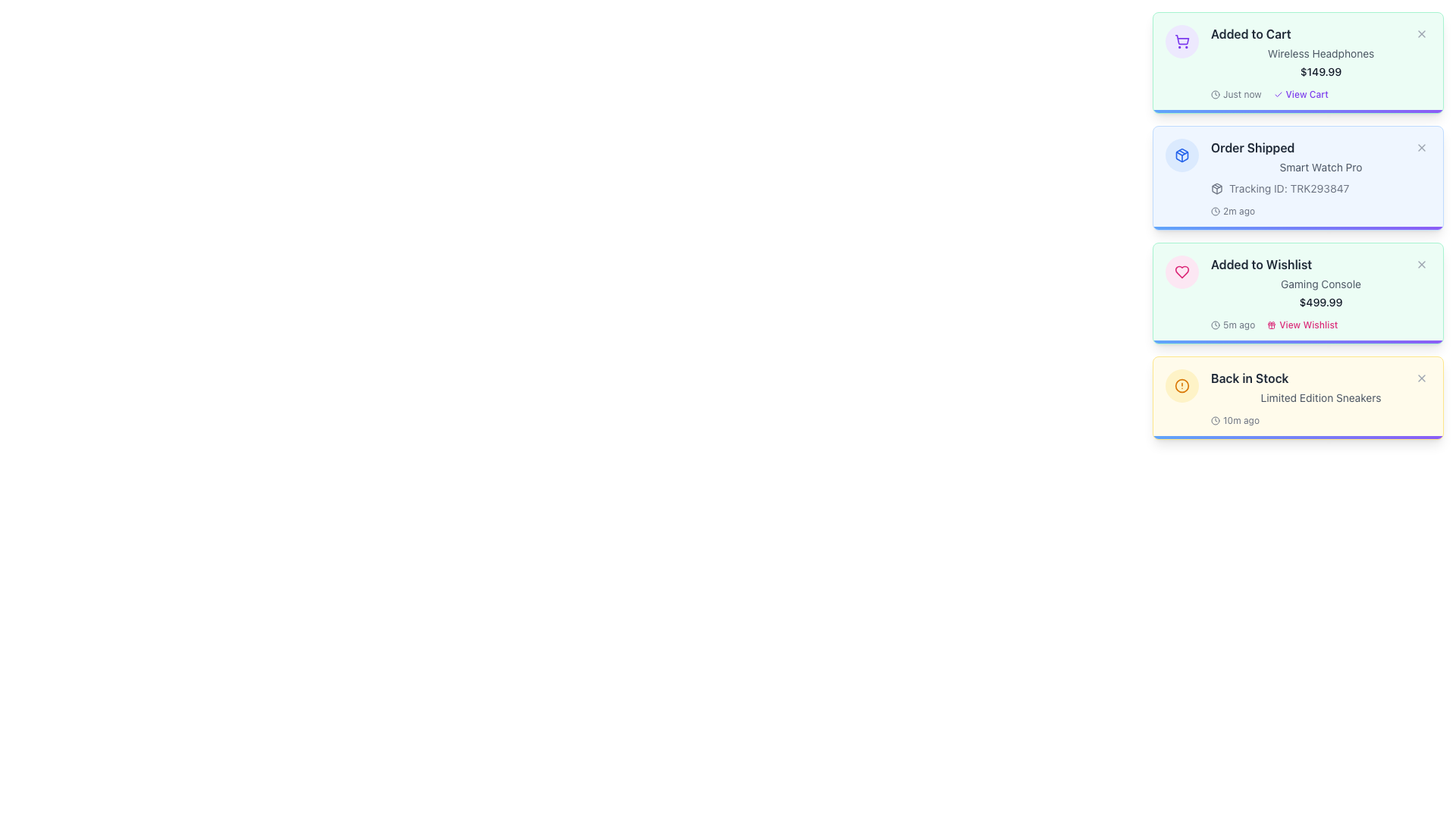 Image resolution: width=1456 pixels, height=819 pixels. I want to click on the small clock icon with a circular outline located near the bottom-left corner of the 'Order Shipped' box, just before the text '2m ago', so click(1216, 211).